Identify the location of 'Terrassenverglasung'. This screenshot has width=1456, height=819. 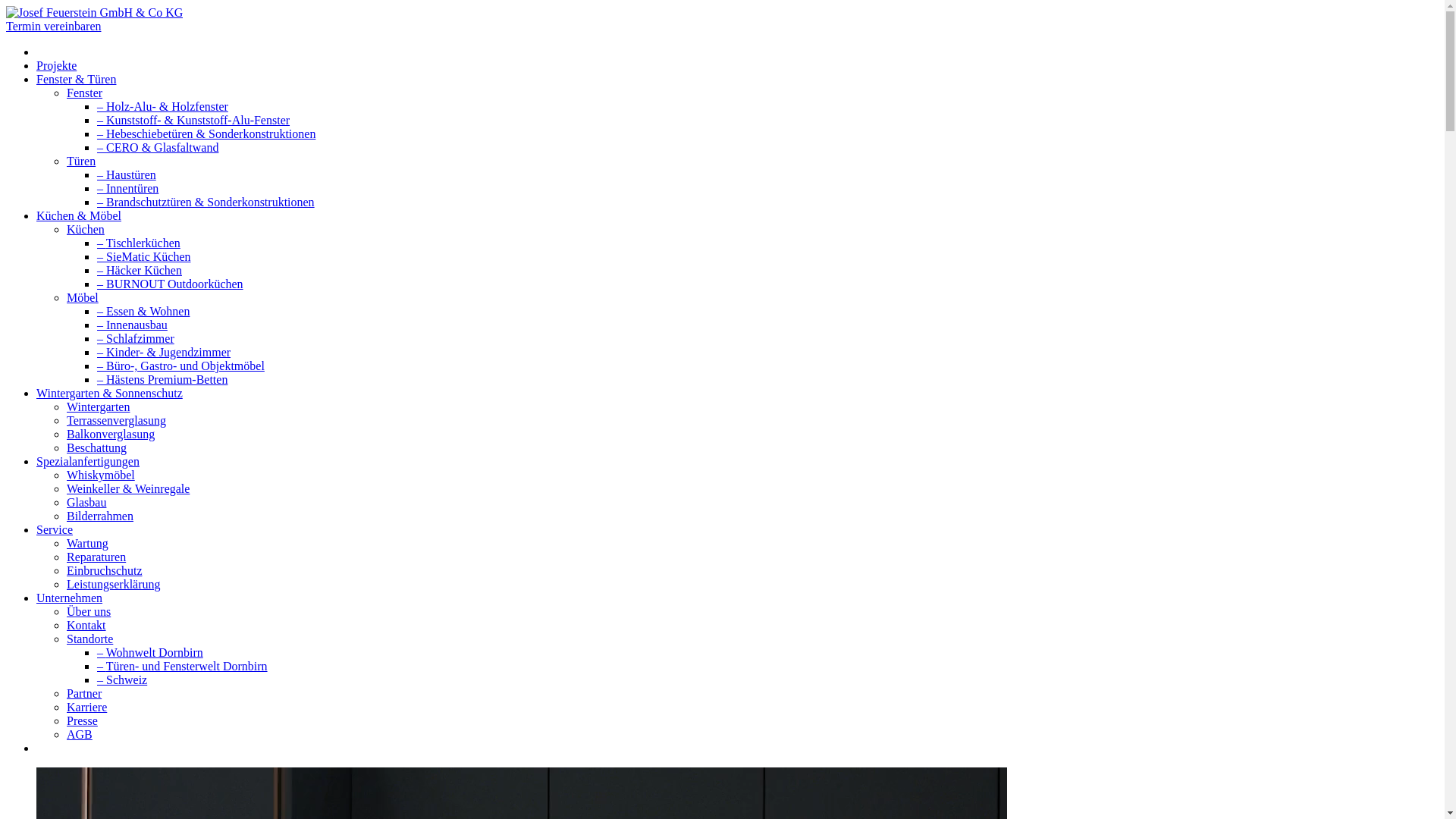
(115, 420).